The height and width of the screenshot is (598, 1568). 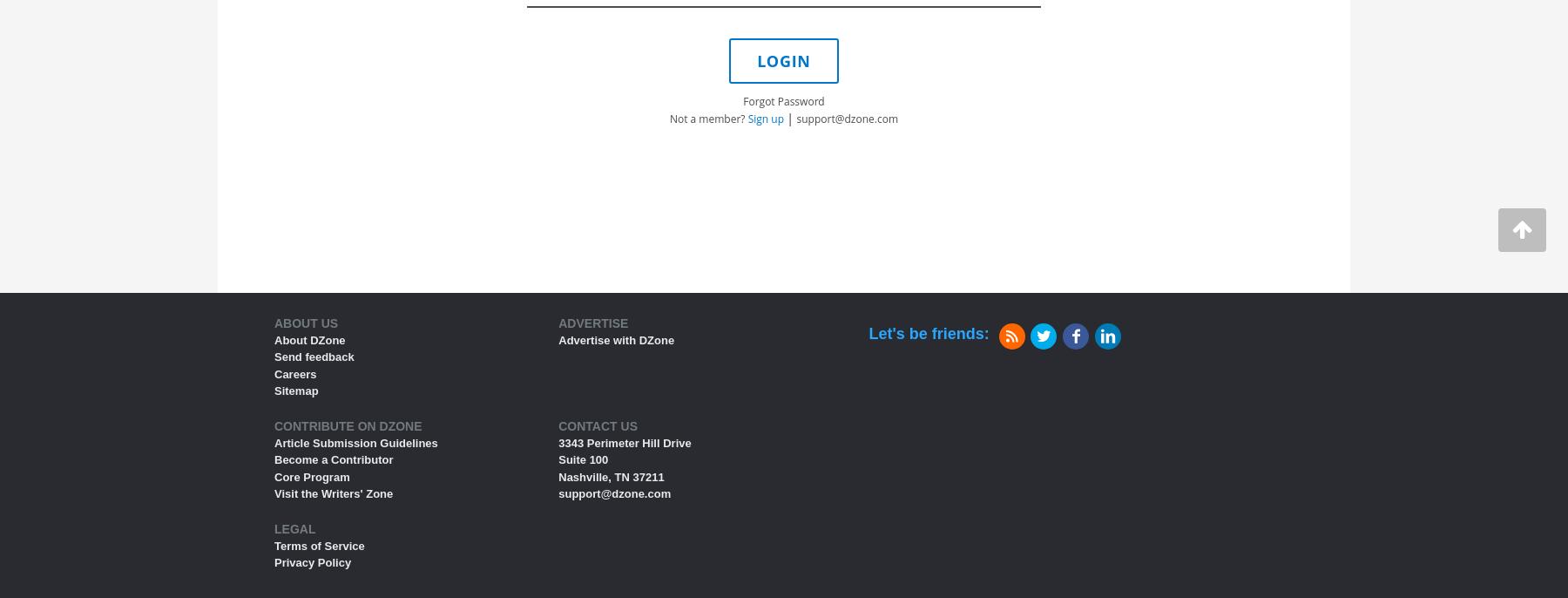 What do you see at coordinates (610, 475) in the screenshot?
I see `'Nashville, TN 37211'` at bounding box center [610, 475].